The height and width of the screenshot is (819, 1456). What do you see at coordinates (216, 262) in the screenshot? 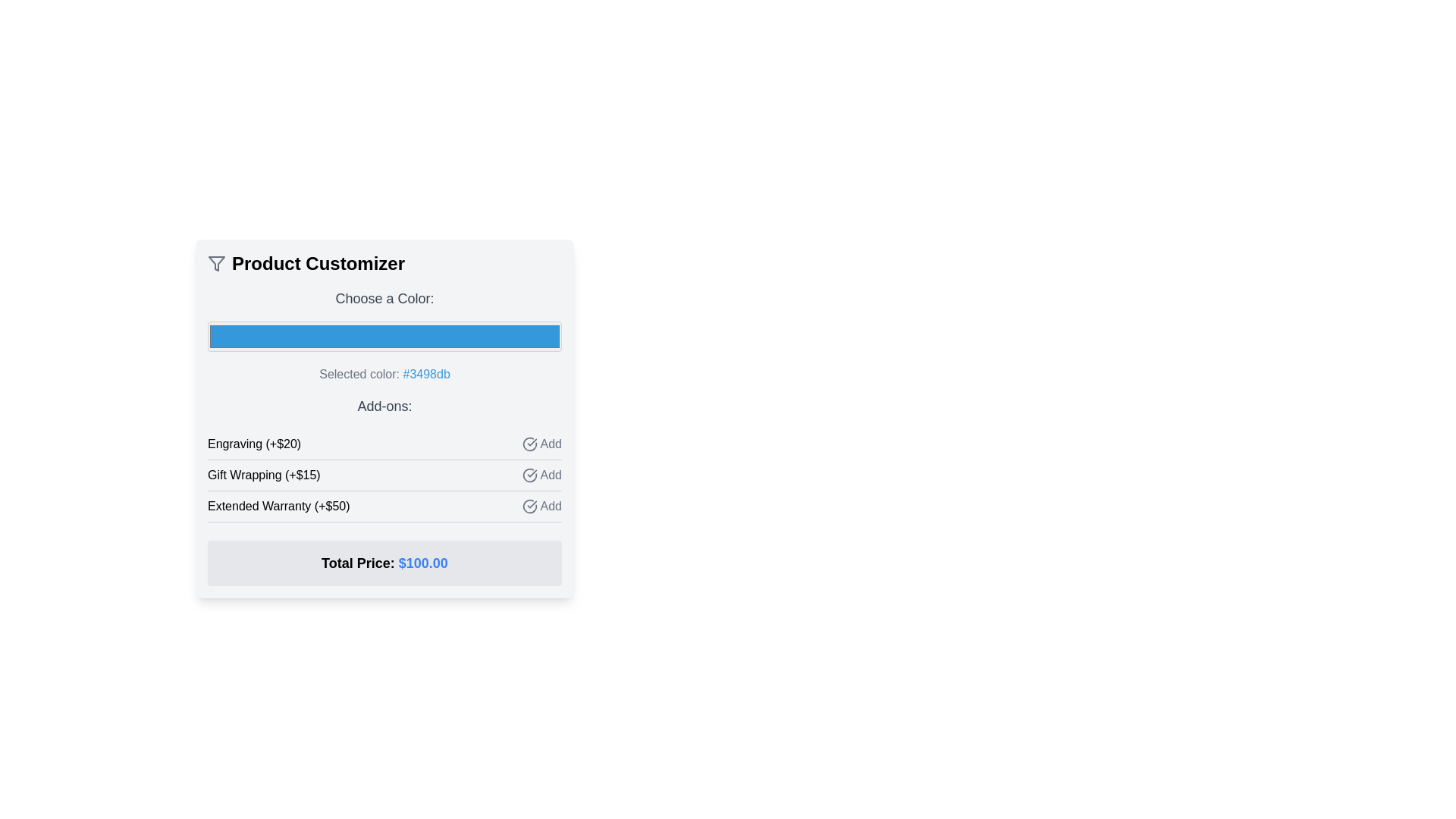
I see `the filter icon, which is a gray funnel-shaped SVG element located to the left of the 'Product Customizer' text` at bounding box center [216, 262].